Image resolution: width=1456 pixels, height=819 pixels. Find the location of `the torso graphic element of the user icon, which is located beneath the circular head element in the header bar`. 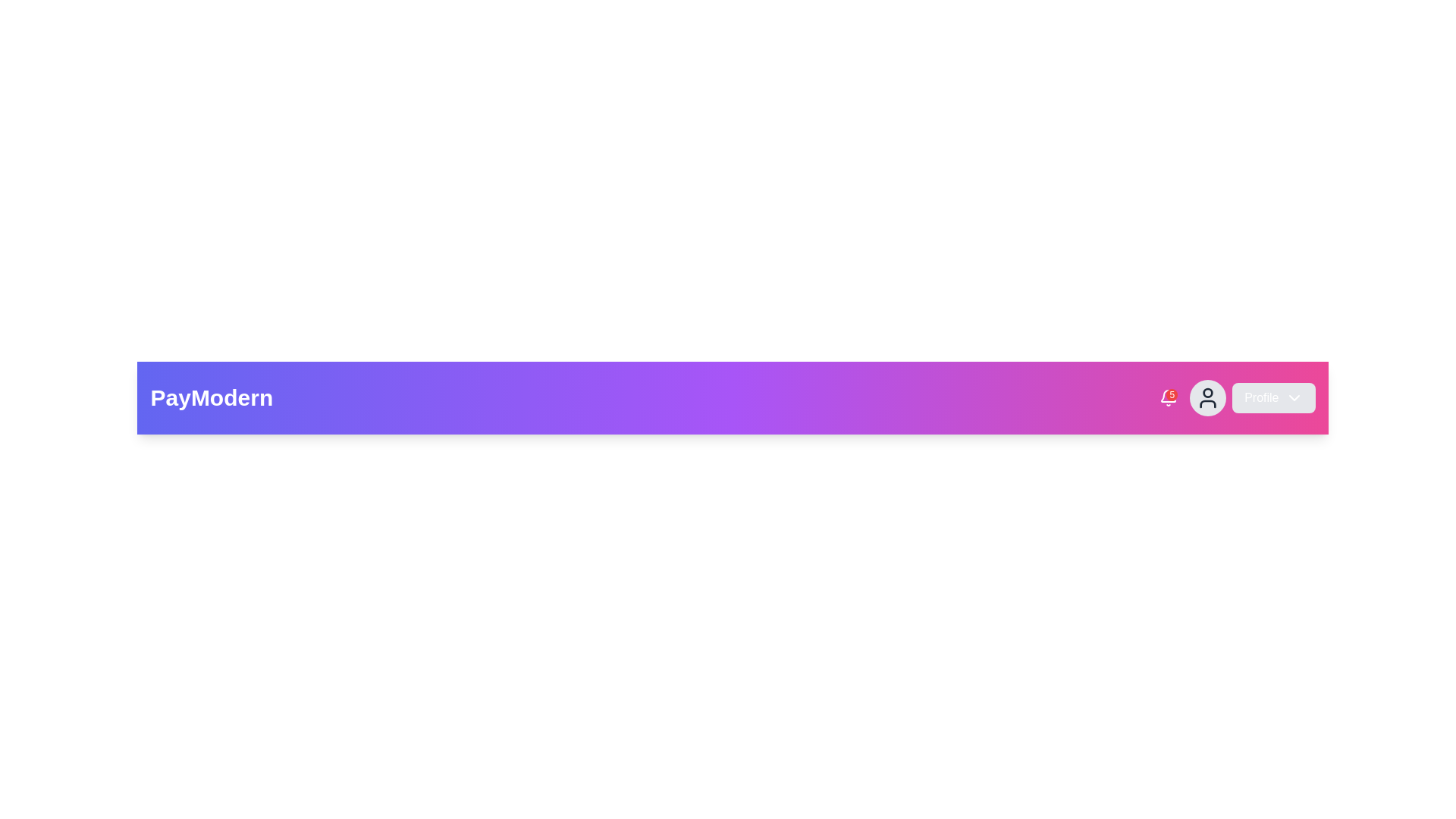

the torso graphic element of the user icon, which is located beneath the circular head element in the header bar is located at coordinates (1207, 403).